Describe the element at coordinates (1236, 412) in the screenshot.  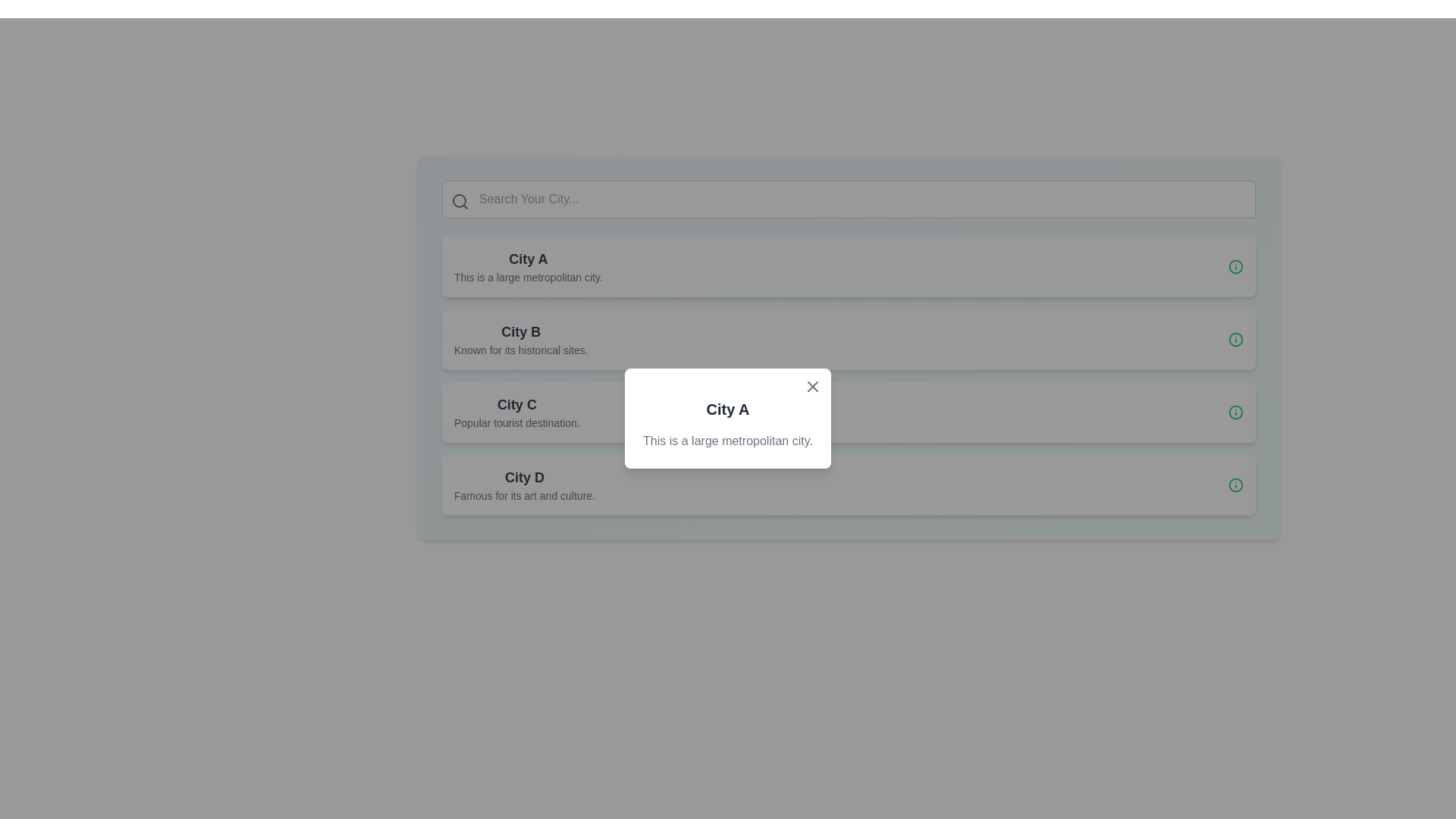
I see `the Circular visual marker, which is a filled circular shape with a green border and a central red fill, located to the right of the fourth row labeled 'City D'` at that location.